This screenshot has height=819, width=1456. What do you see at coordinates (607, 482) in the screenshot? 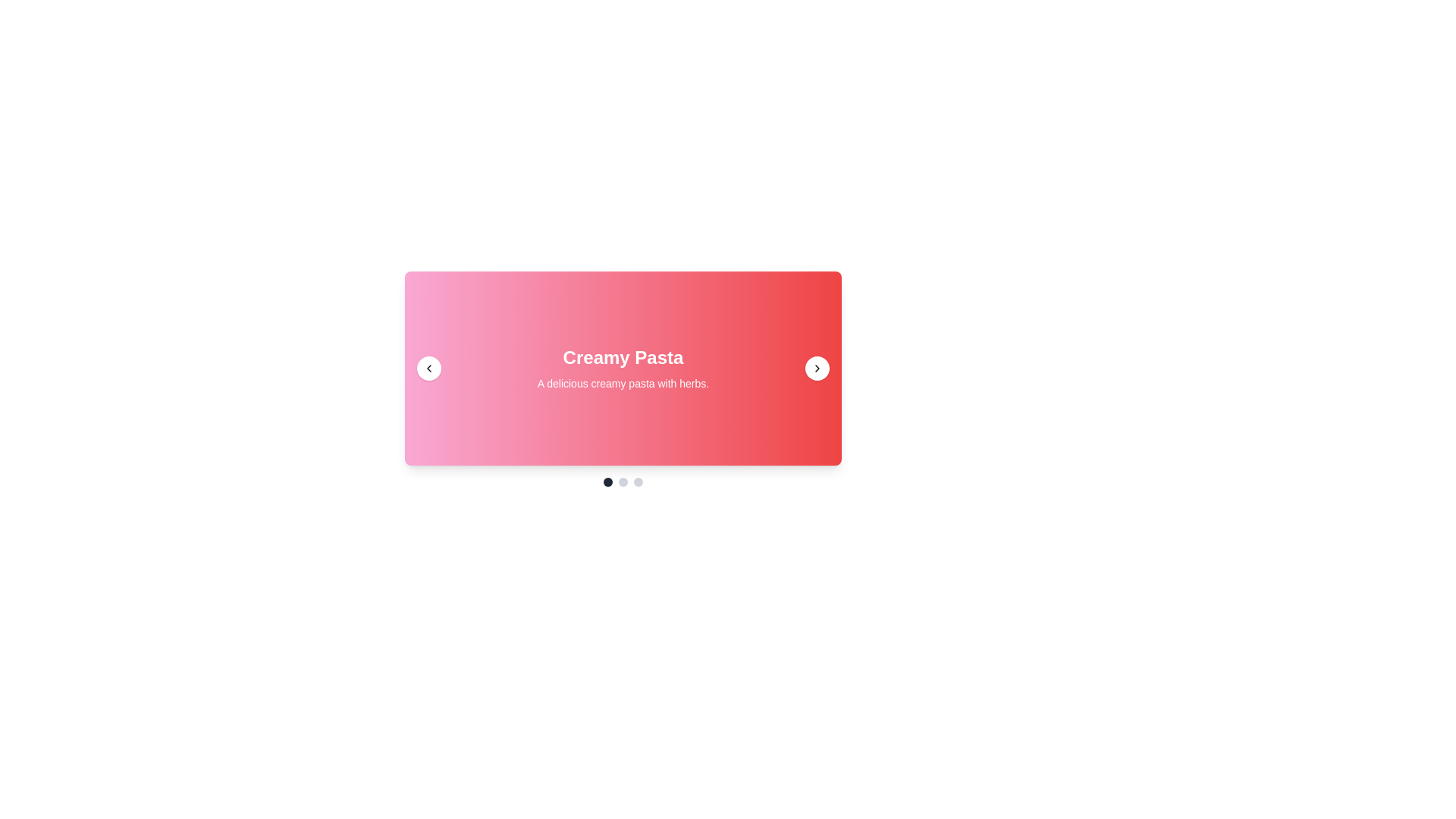
I see `the leftmost circular dark gray indicator located at the bottom center of the UI` at bounding box center [607, 482].